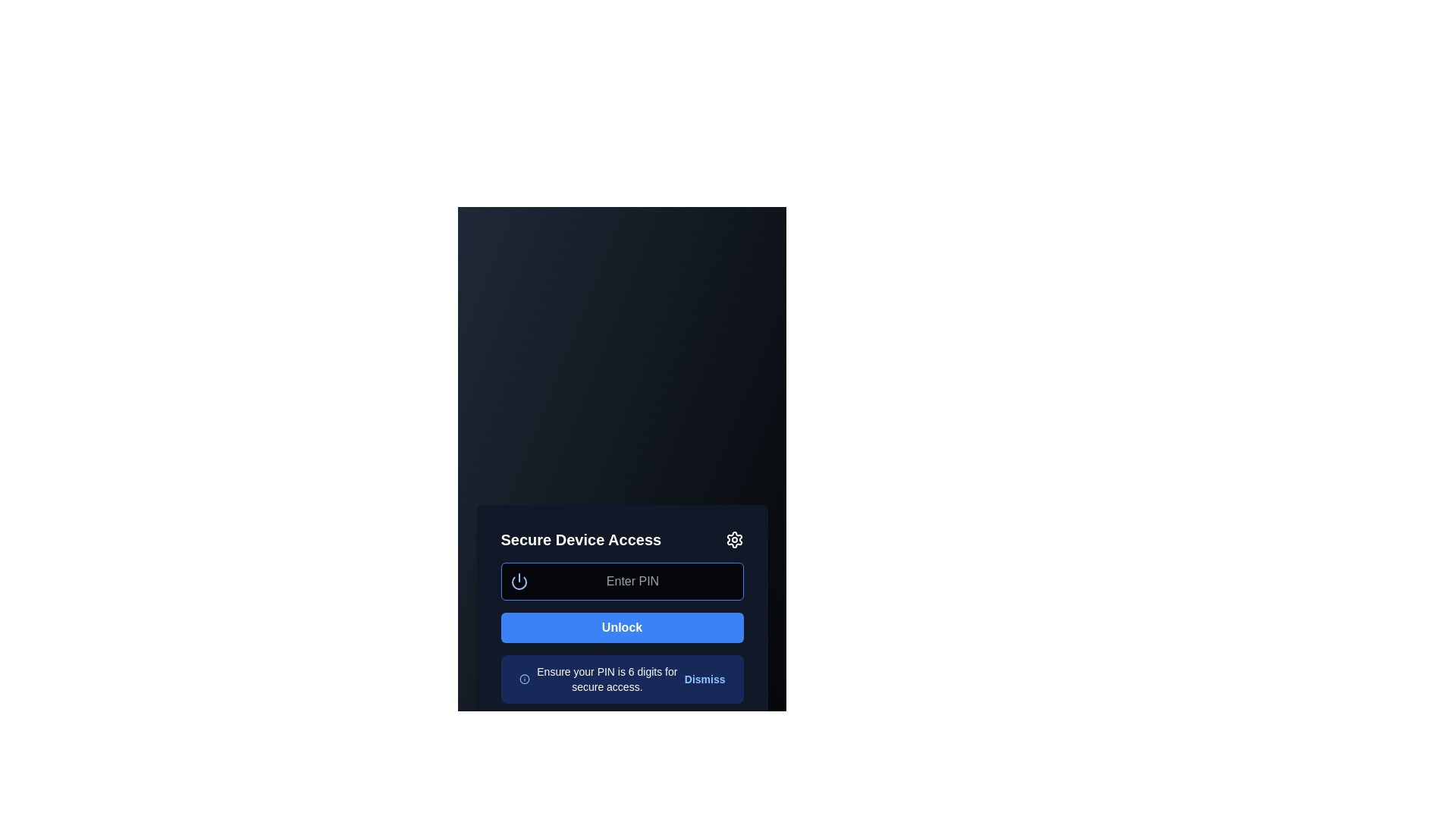  What do you see at coordinates (524, 678) in the screenshot?
I see `the circular graphic element with a blue border located next to the informational icon in the warning section below the 'Unlock' button` at bounding box center [524, 678].